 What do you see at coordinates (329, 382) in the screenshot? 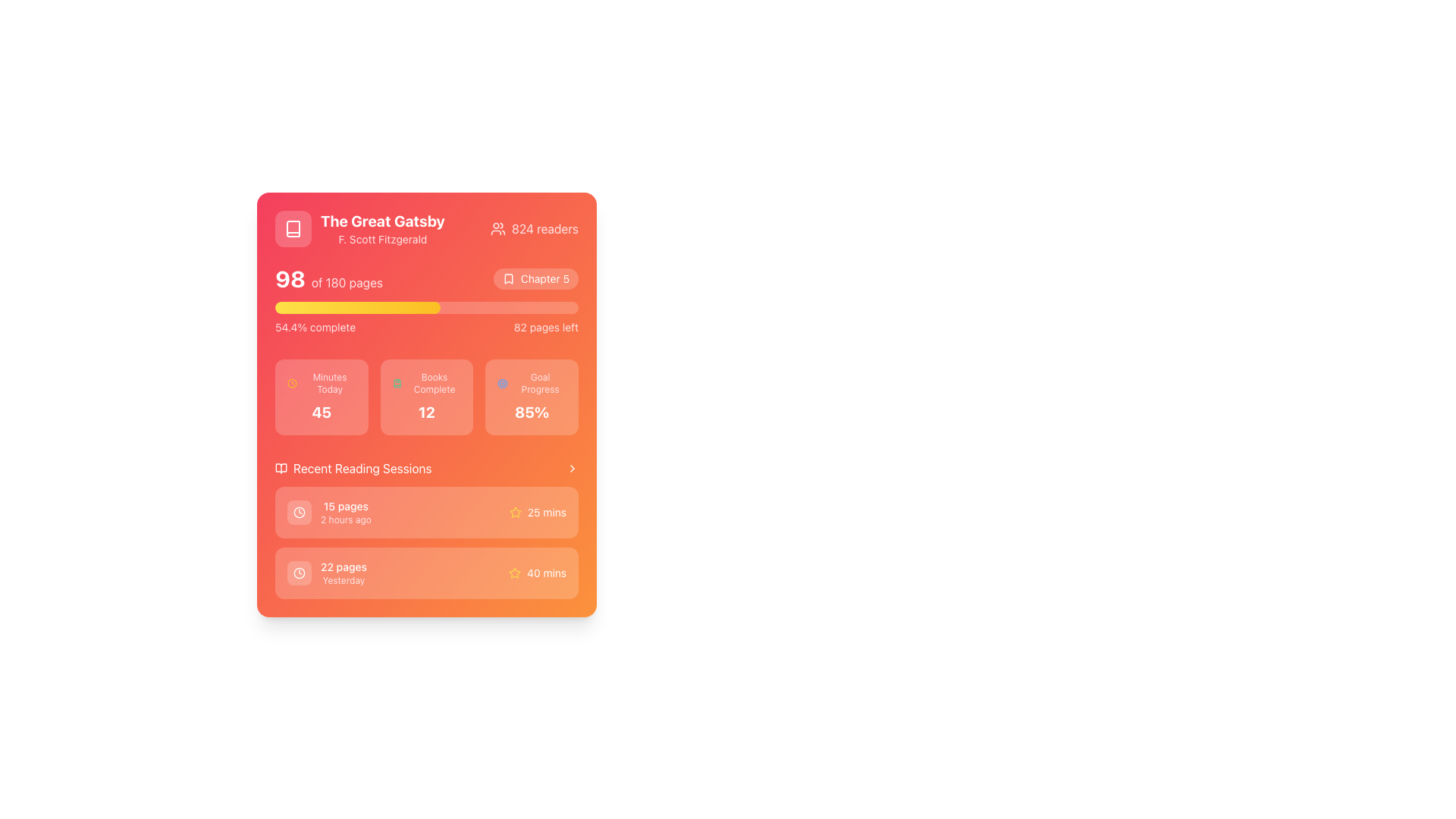
I see `the 'Minutes Today' text label element, which is styled with a small font size and rose-colored text, located within a grouped interface section` at bounding box center [329, 382].